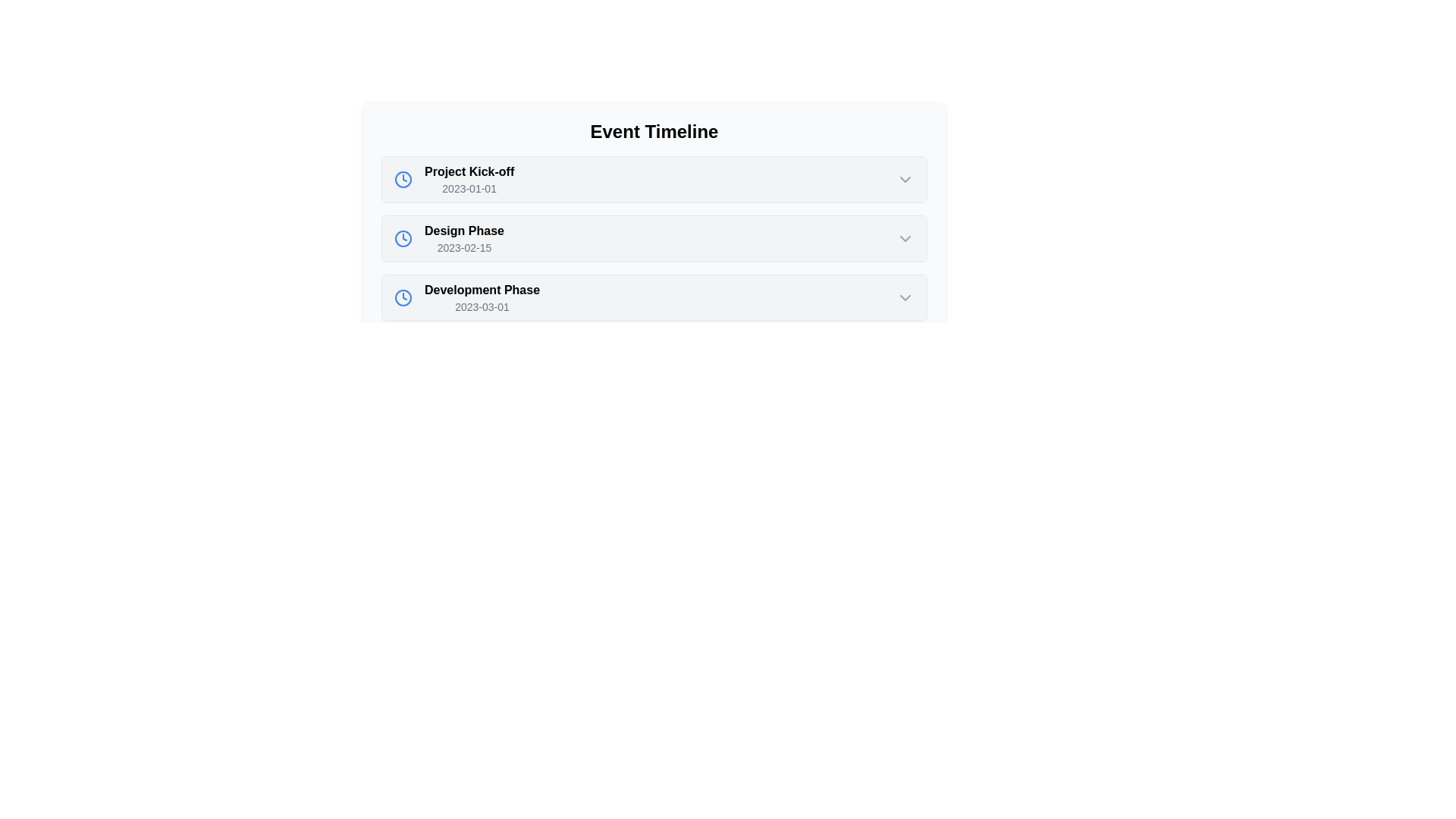 This screenshot has height=819, width=1456. I want to click on the downward arrow of the second collapsible list item representing the 'Design Phase' in the 'Event Timeline', so click(654, 239).